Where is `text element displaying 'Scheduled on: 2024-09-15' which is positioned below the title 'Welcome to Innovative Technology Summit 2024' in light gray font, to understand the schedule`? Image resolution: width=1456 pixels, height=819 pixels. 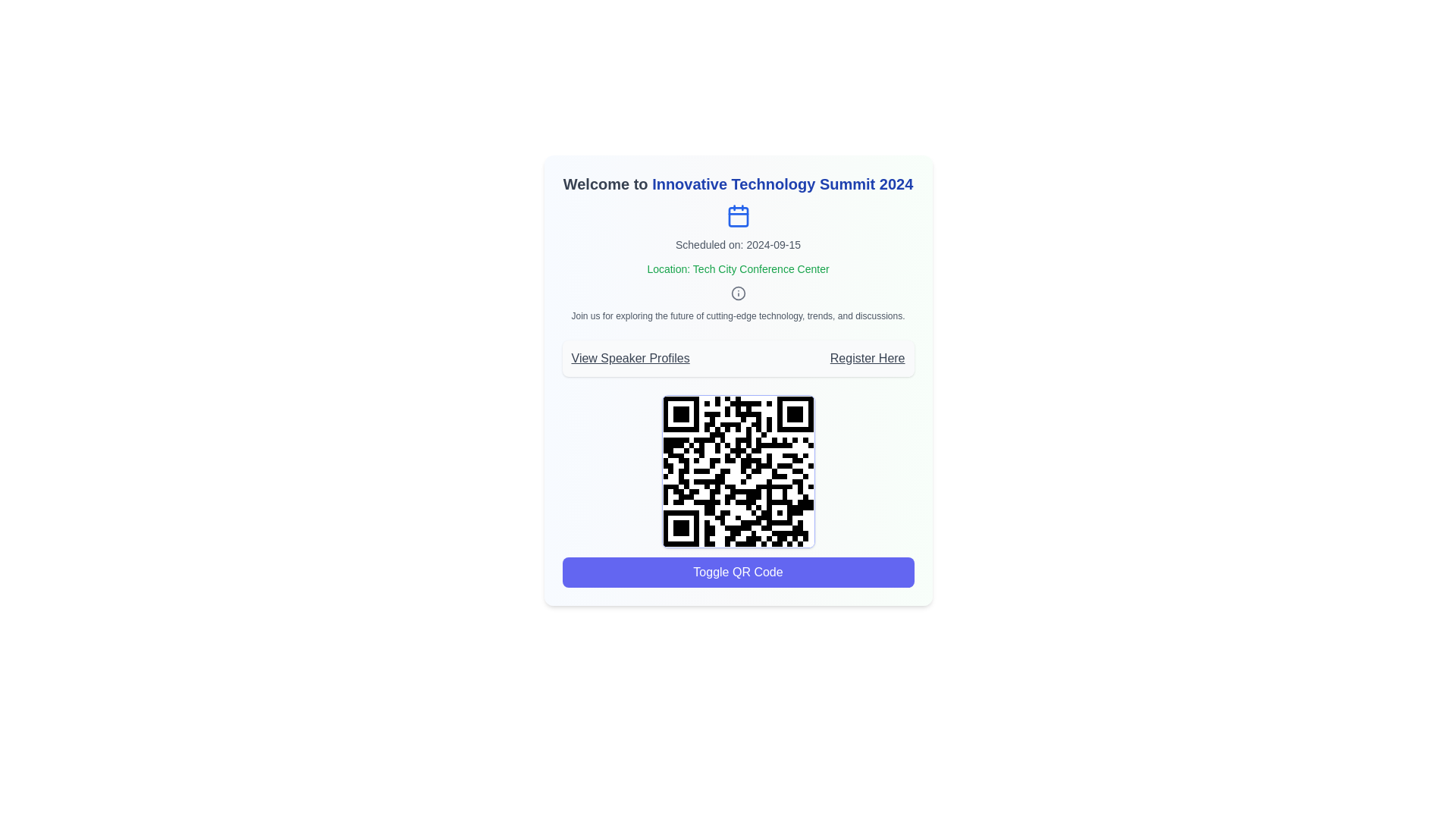 text element displaying 'Scheduled on: 2024-09-15' which is positioned below the title 'Welcome to Innovative Technology Summit 2024' in light gray font, to understand the schedule is located at coordinates (738, 244).